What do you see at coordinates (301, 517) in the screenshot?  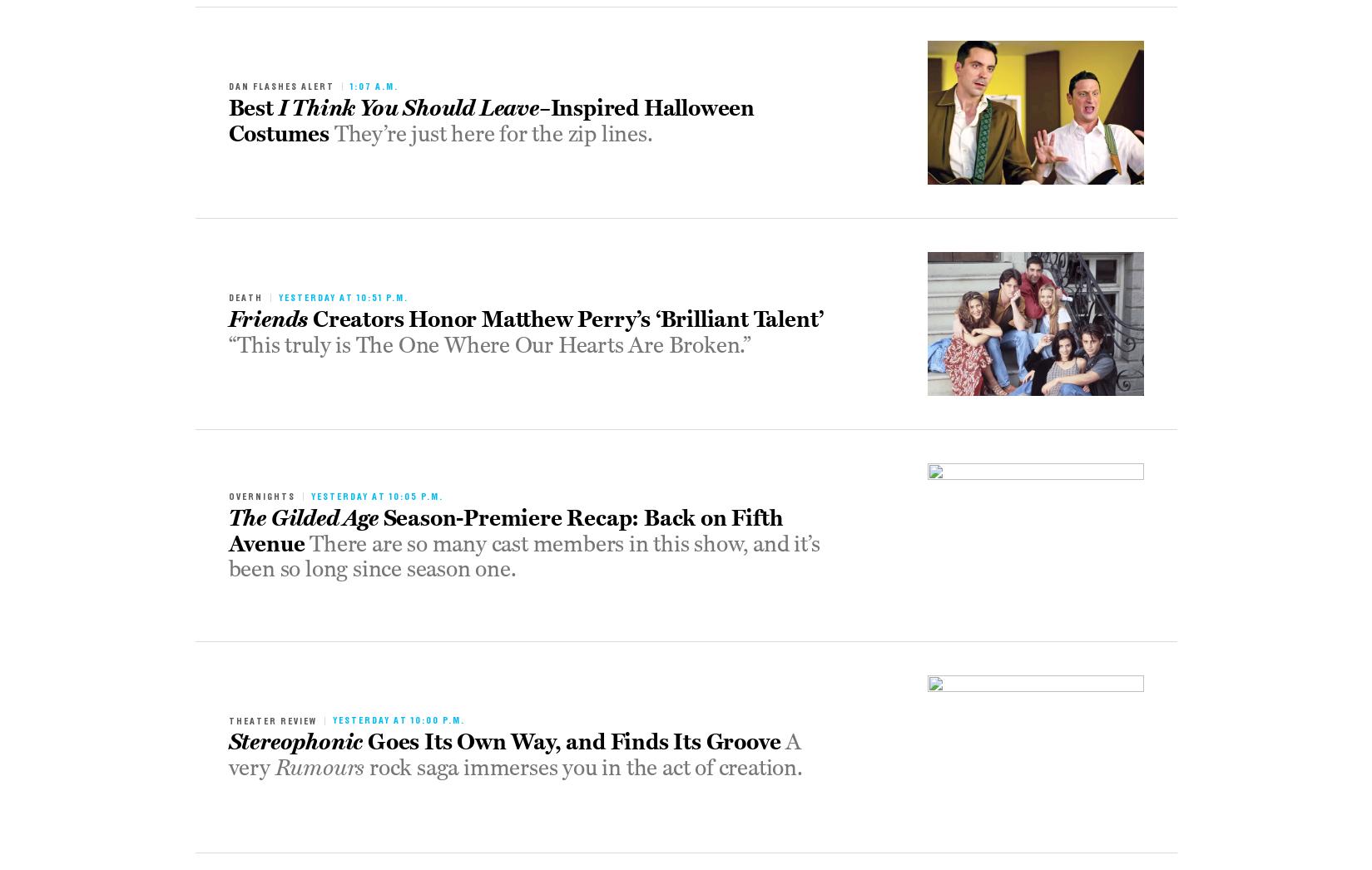 I see `'The Gilded Age'` at bounding box center [301, 517].